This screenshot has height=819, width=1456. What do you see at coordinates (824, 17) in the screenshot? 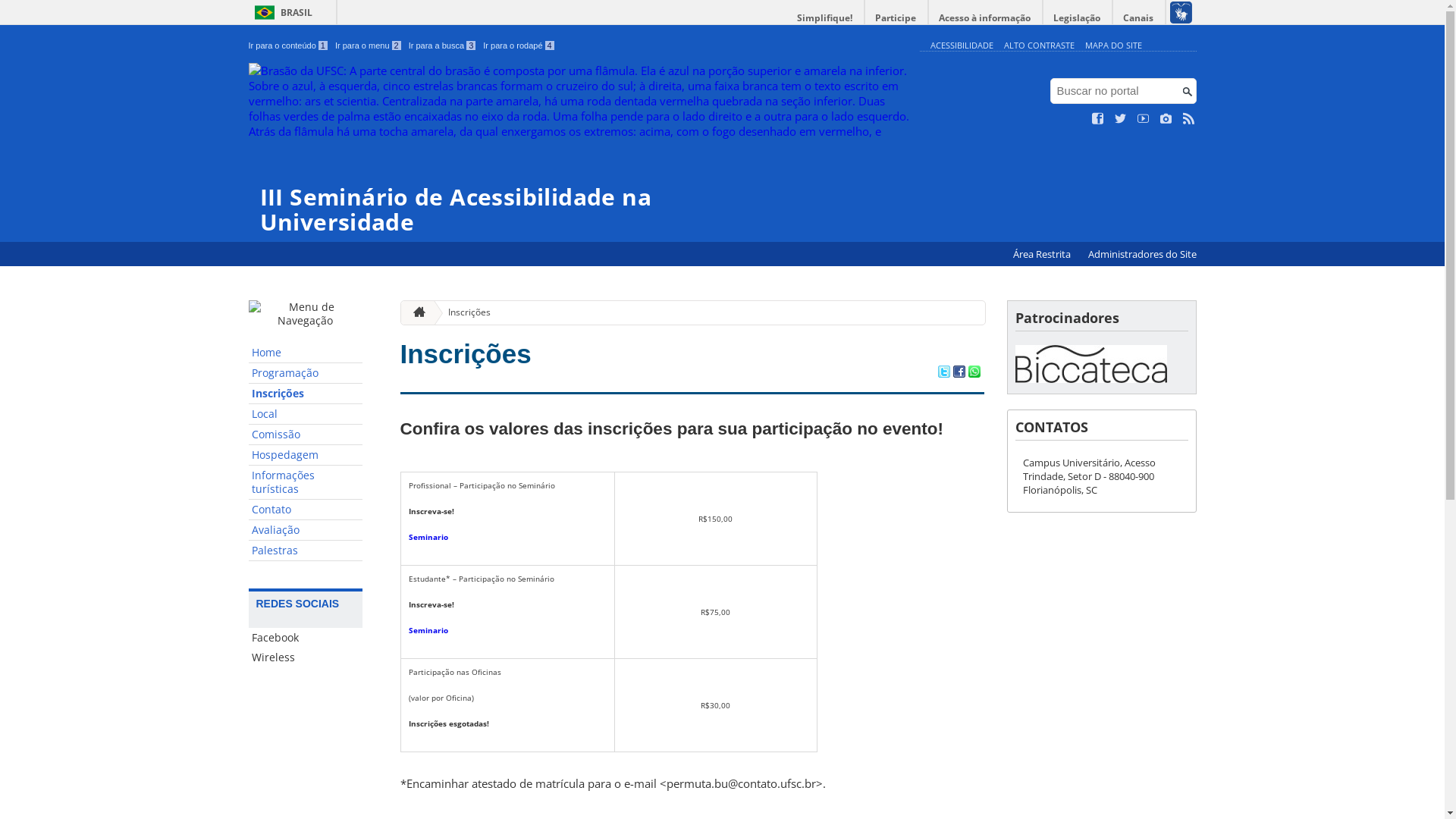
I see `'Simplifique!'` at bounding box center [824, 17].